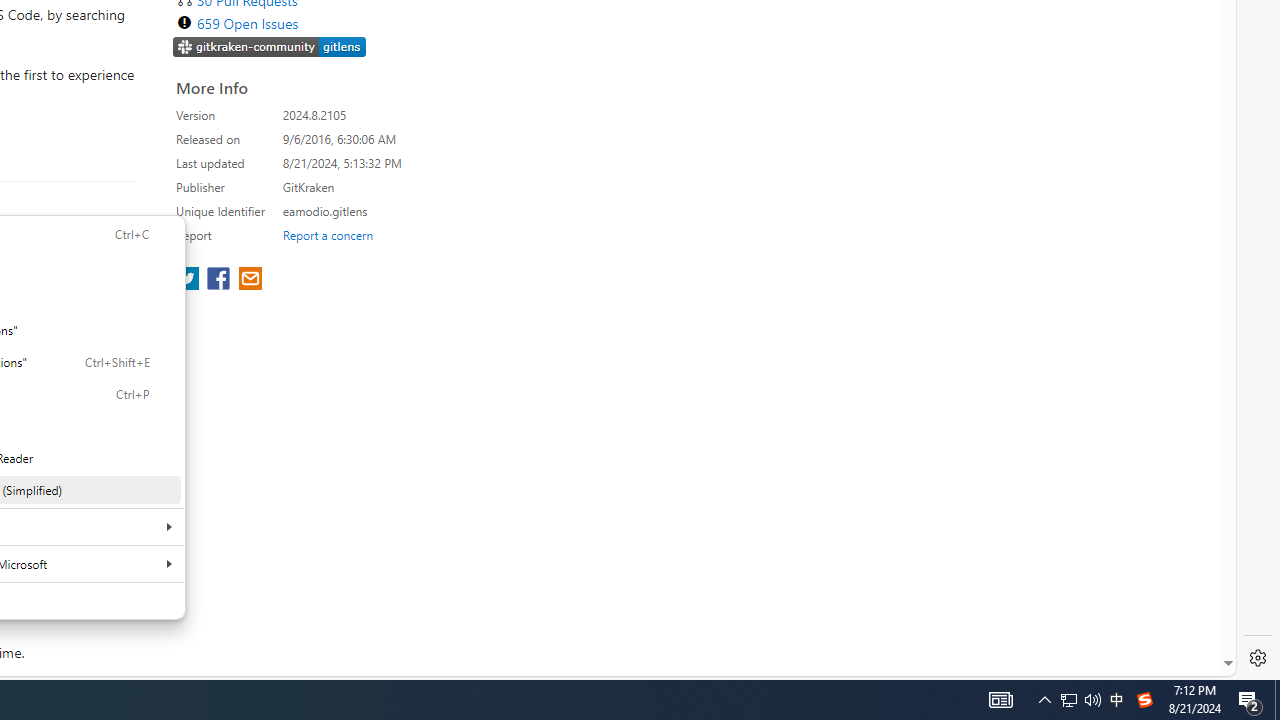 This screenshot has width=1280, height=720. Describe the element at coordinates (327, 234) in the screenshot. I see `'Report a concern'` at that location.